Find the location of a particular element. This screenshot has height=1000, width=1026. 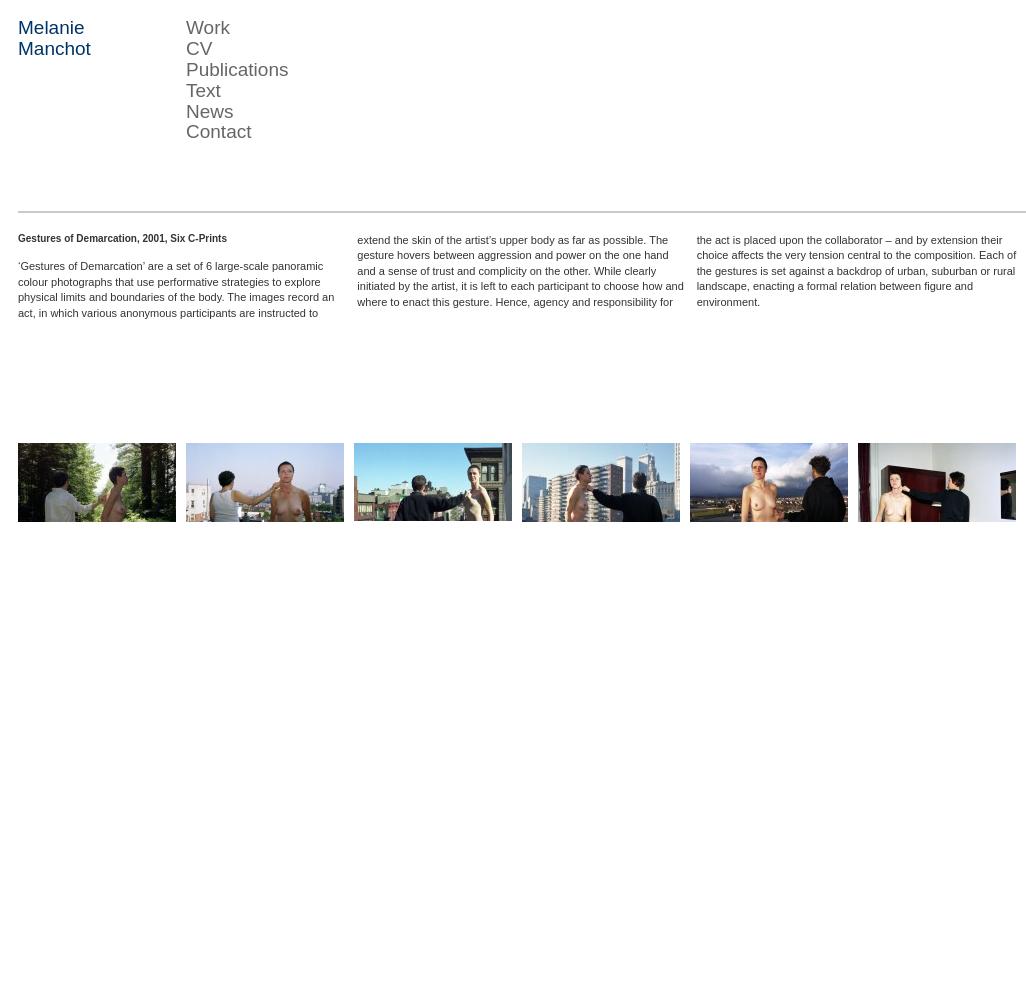

'Text' is located at coordinates (202, 88).